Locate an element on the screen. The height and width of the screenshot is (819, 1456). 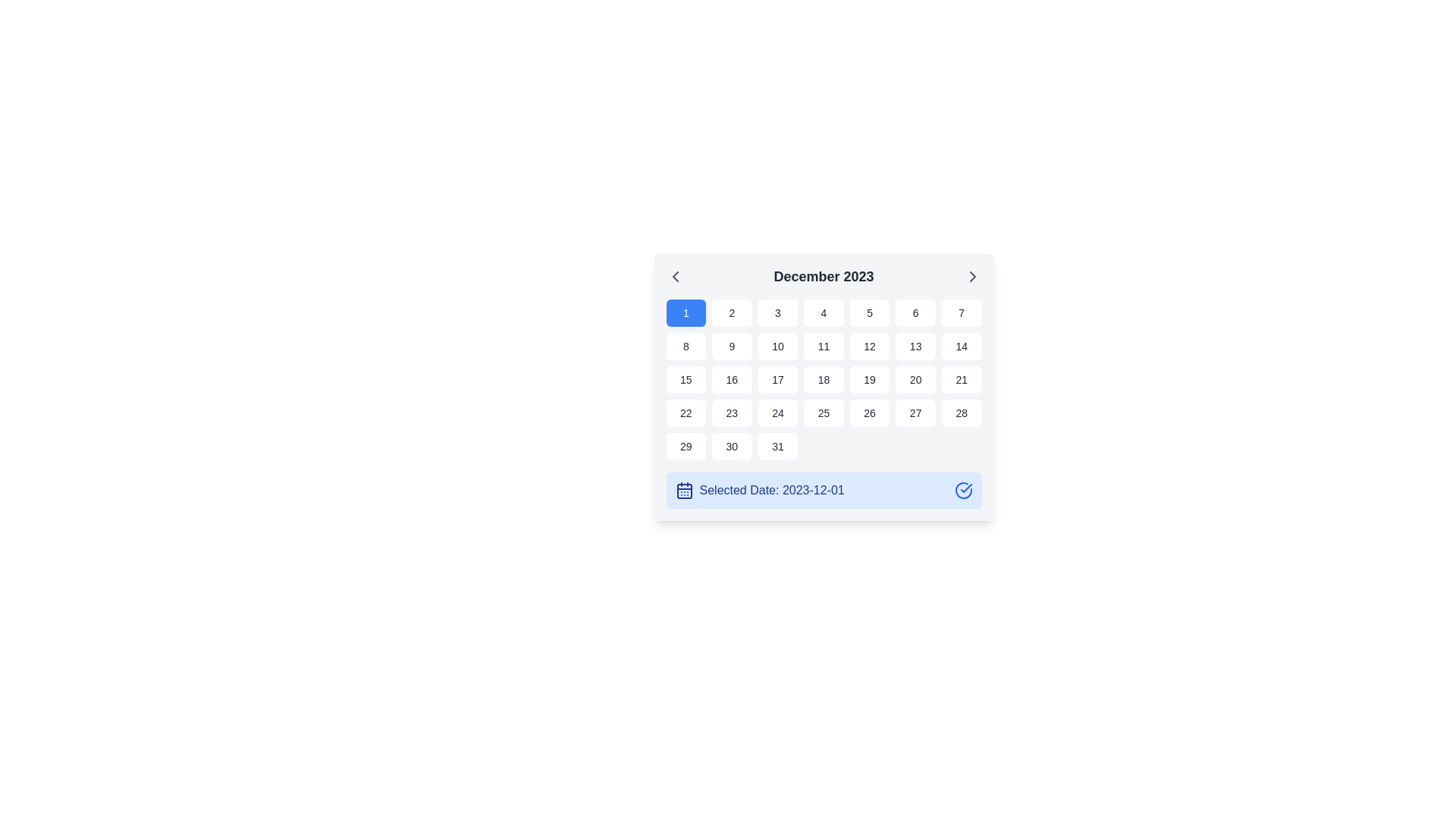
the right-pointing chevron icon in the calendar header is located at coordinates (972, 277).